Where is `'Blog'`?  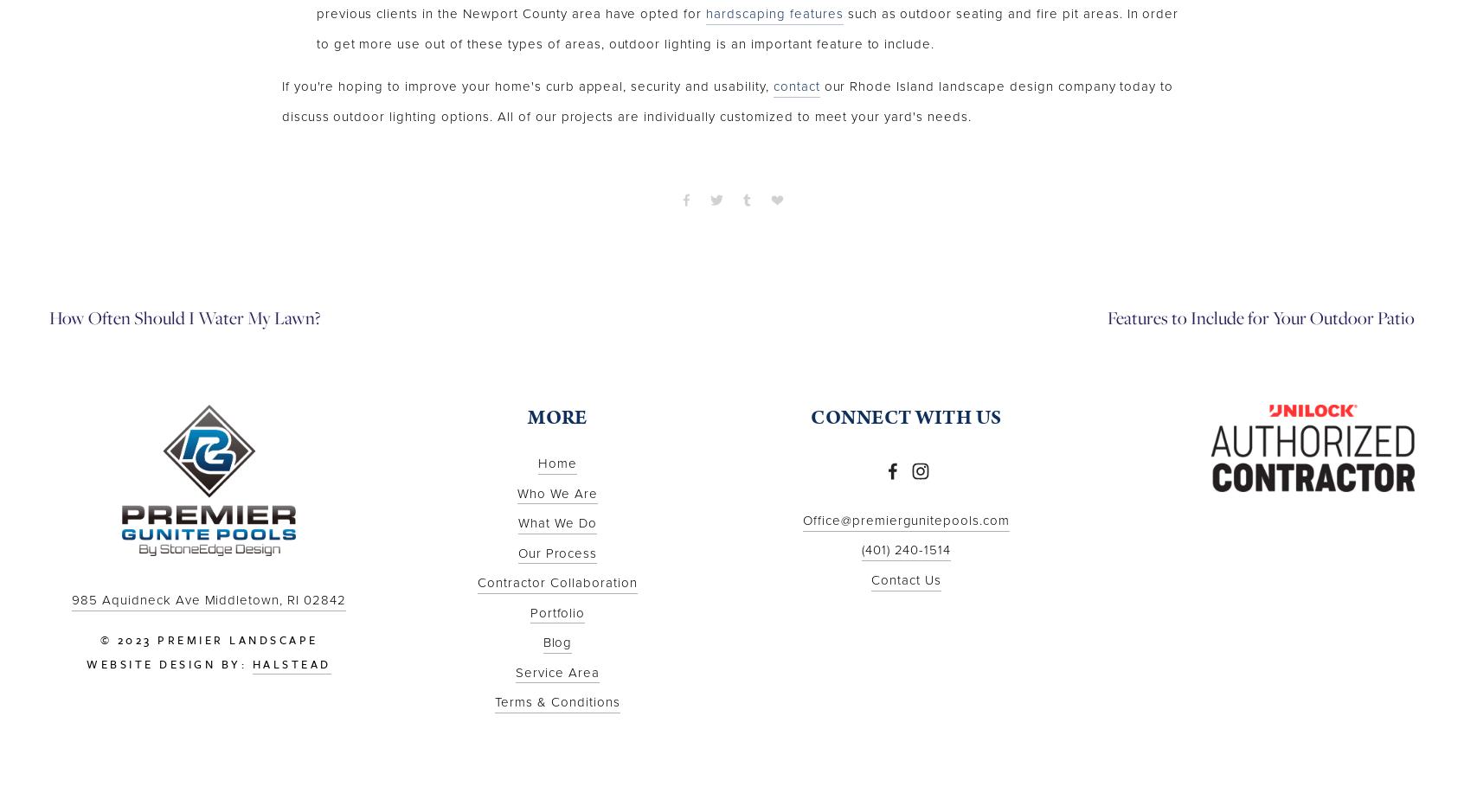
'Blog' is located at coordinates (556, 643).